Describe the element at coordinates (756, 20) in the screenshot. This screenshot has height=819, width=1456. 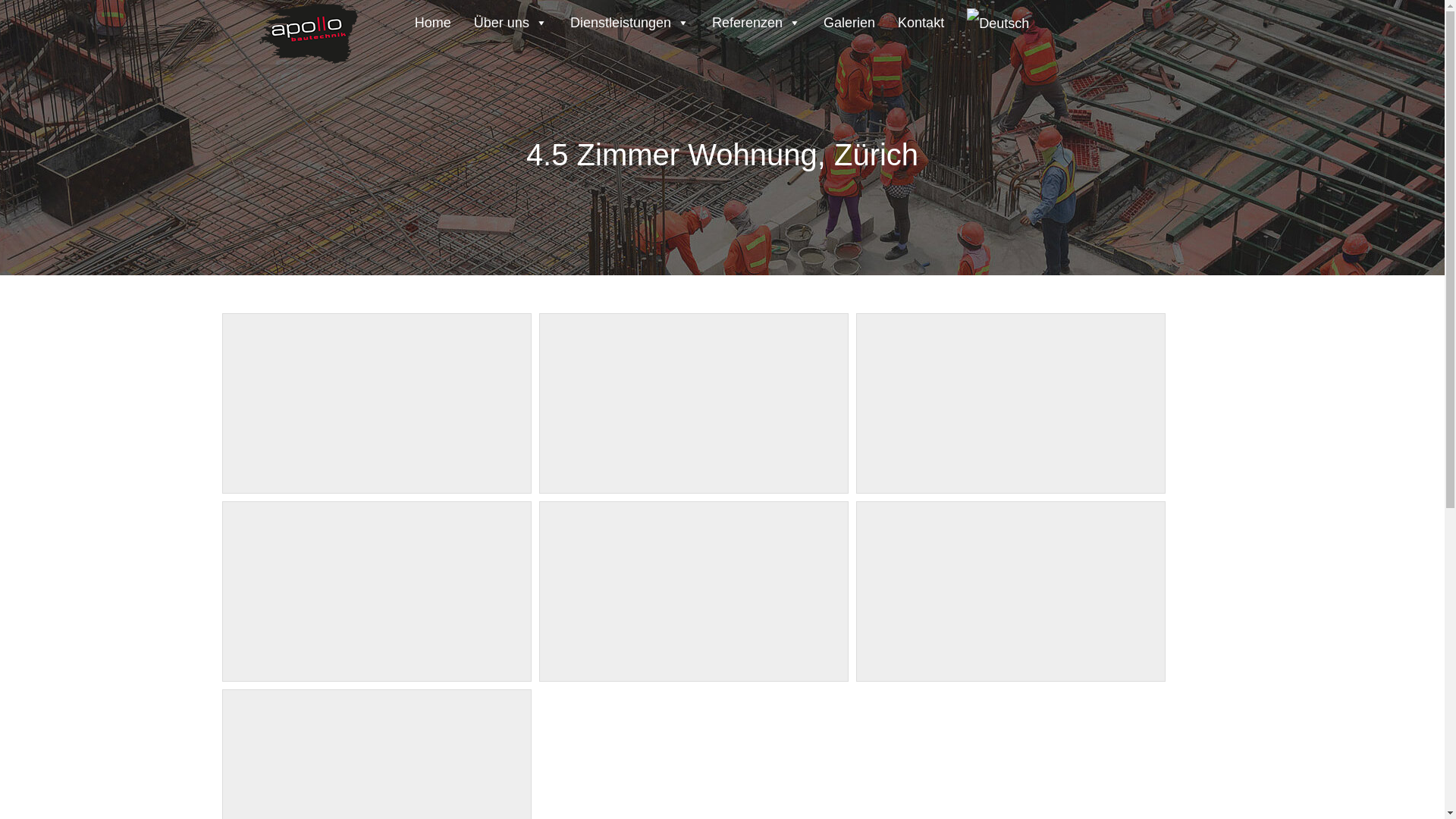
I see `'Referenzen'` at that location.